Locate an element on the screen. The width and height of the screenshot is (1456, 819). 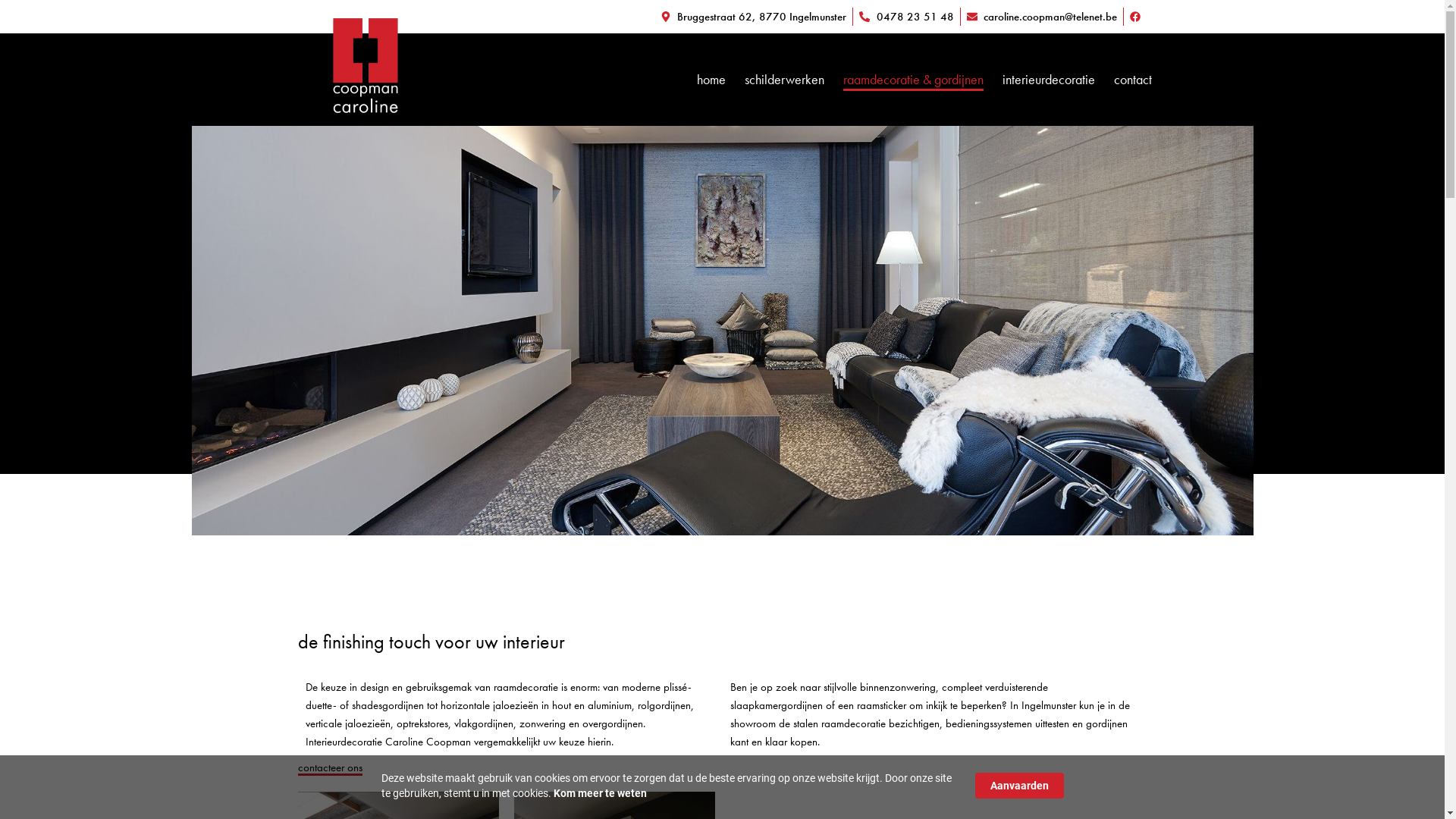
'contact' is located at coordinates (1132, 79).